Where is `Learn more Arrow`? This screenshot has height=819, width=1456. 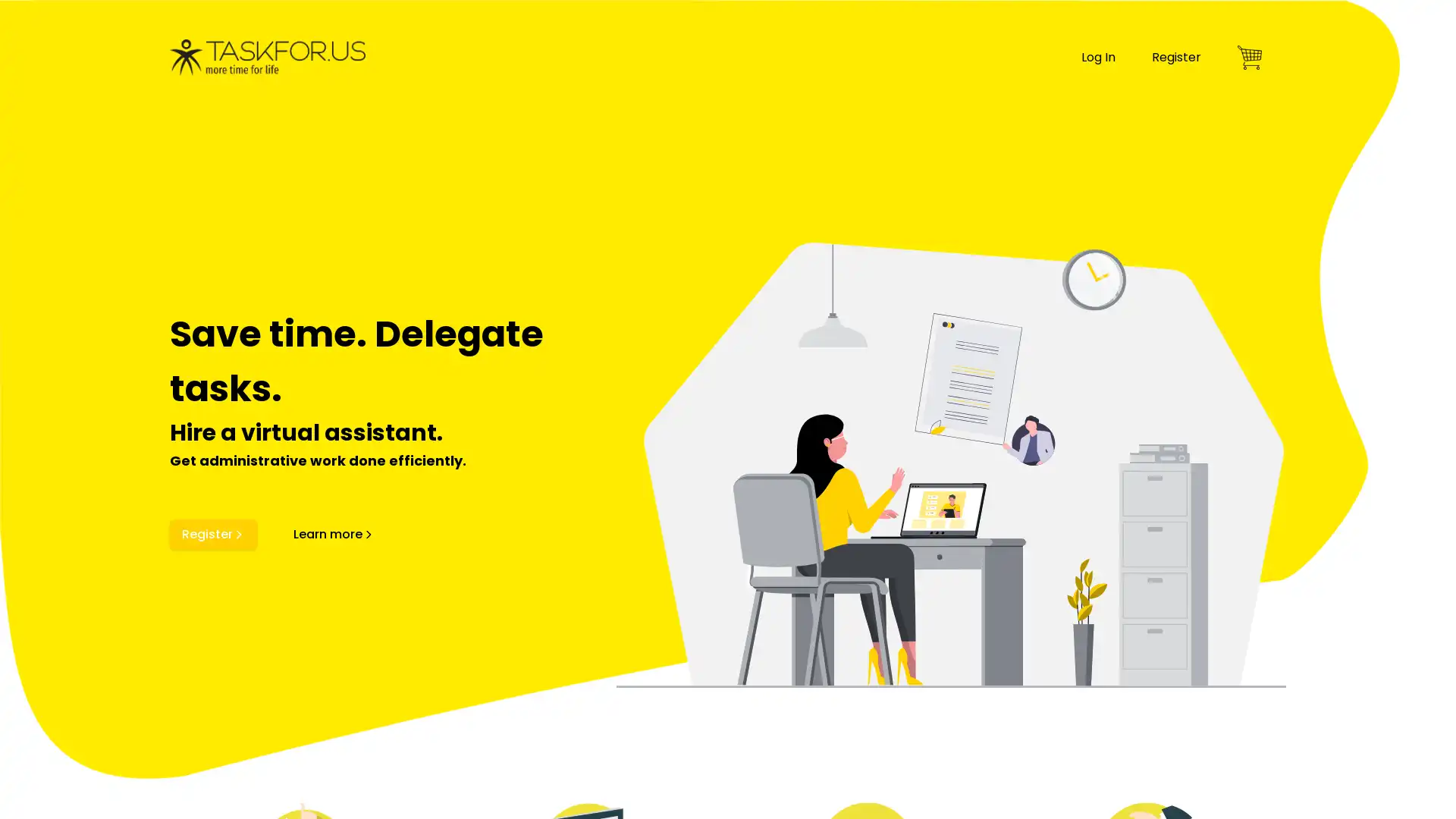
Learn more Arrow is located at coordinates (333, 534).